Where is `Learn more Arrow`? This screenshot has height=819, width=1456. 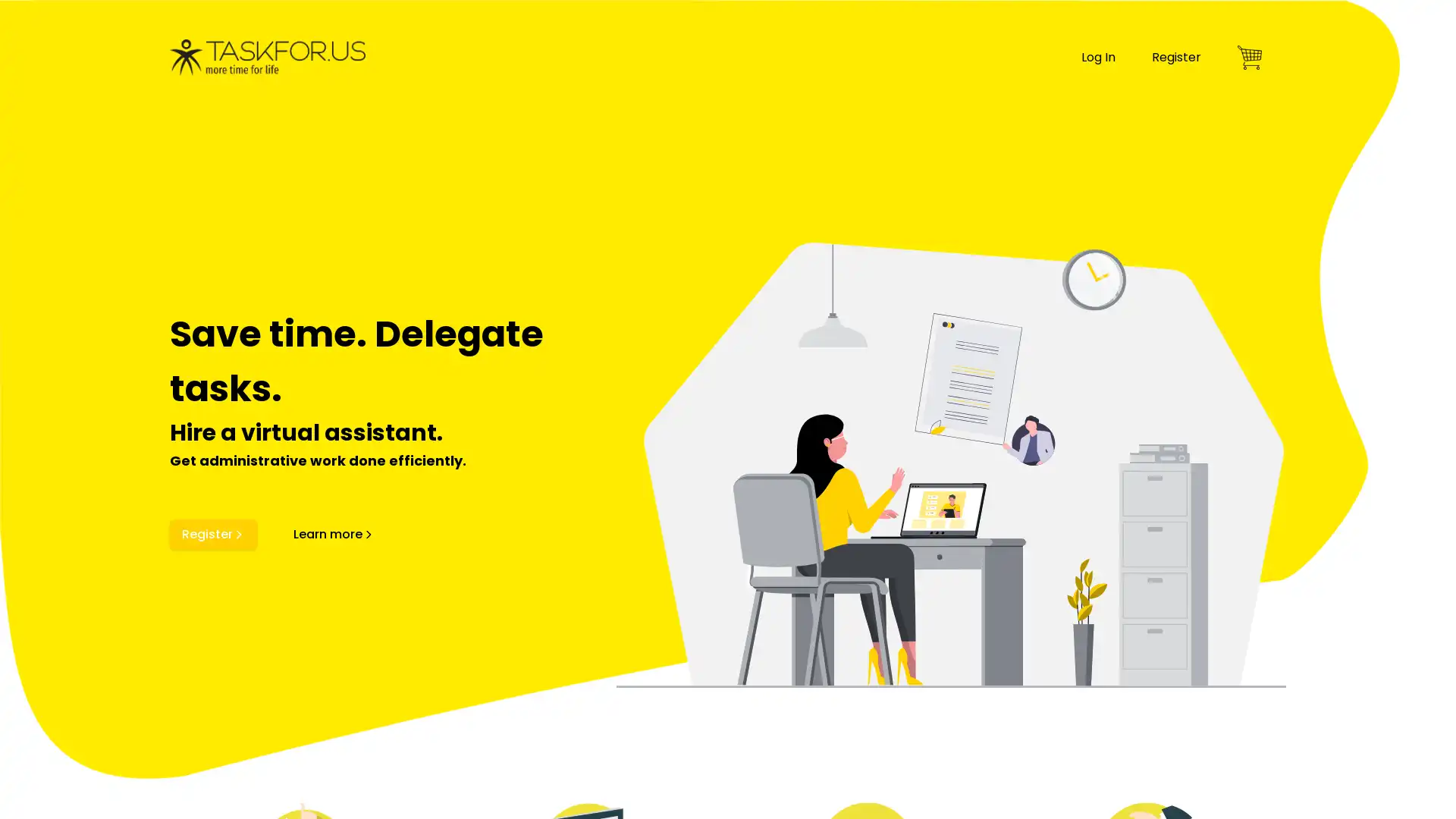
Learn more Arrow is located at coordinates (333, 534).